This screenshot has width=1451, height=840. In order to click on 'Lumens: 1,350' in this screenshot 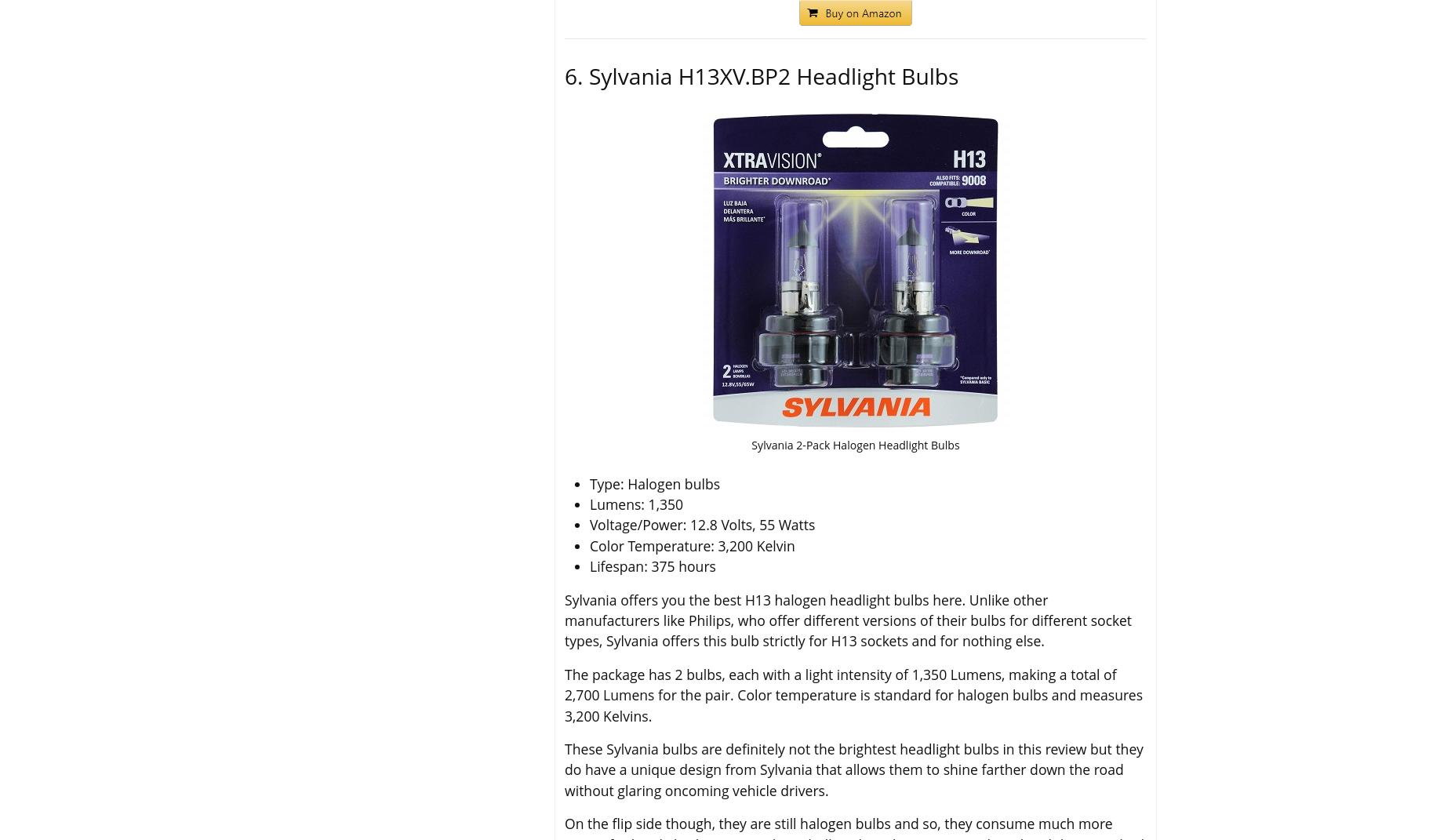, I will do `click(636, 504)`.